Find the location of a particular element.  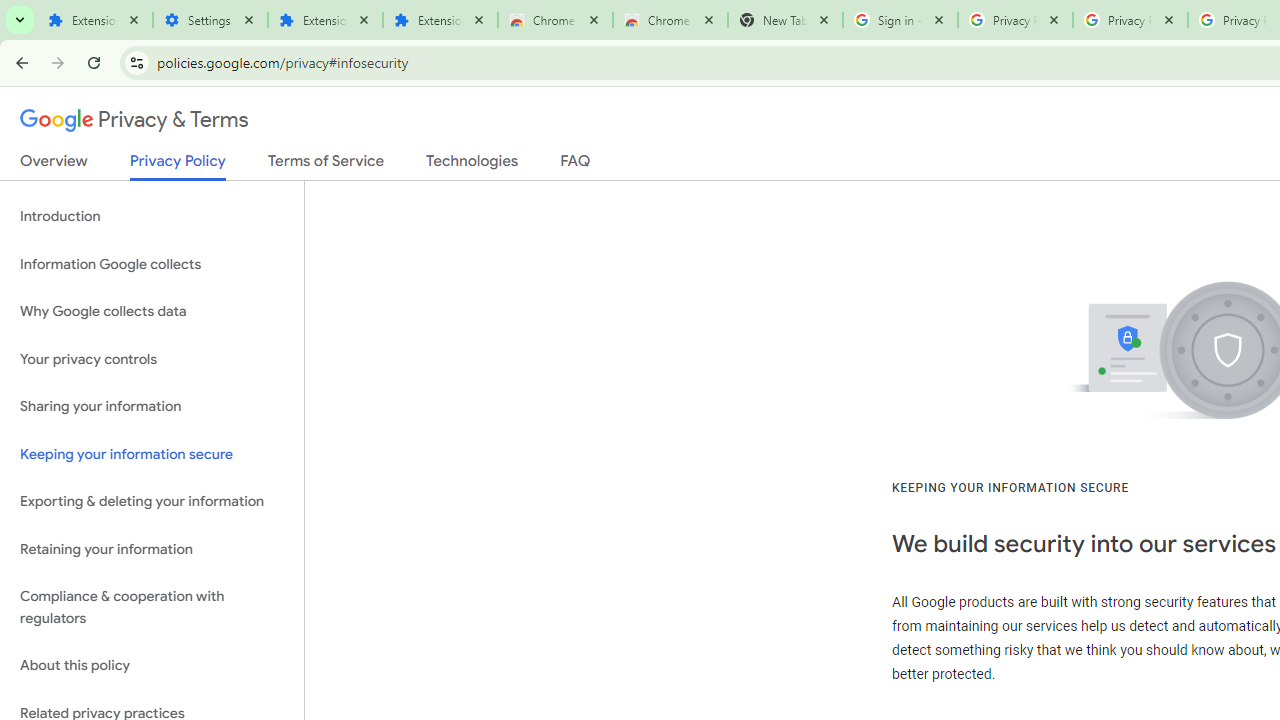

'Keeping your information secure' is located at coordinates (151, 454).